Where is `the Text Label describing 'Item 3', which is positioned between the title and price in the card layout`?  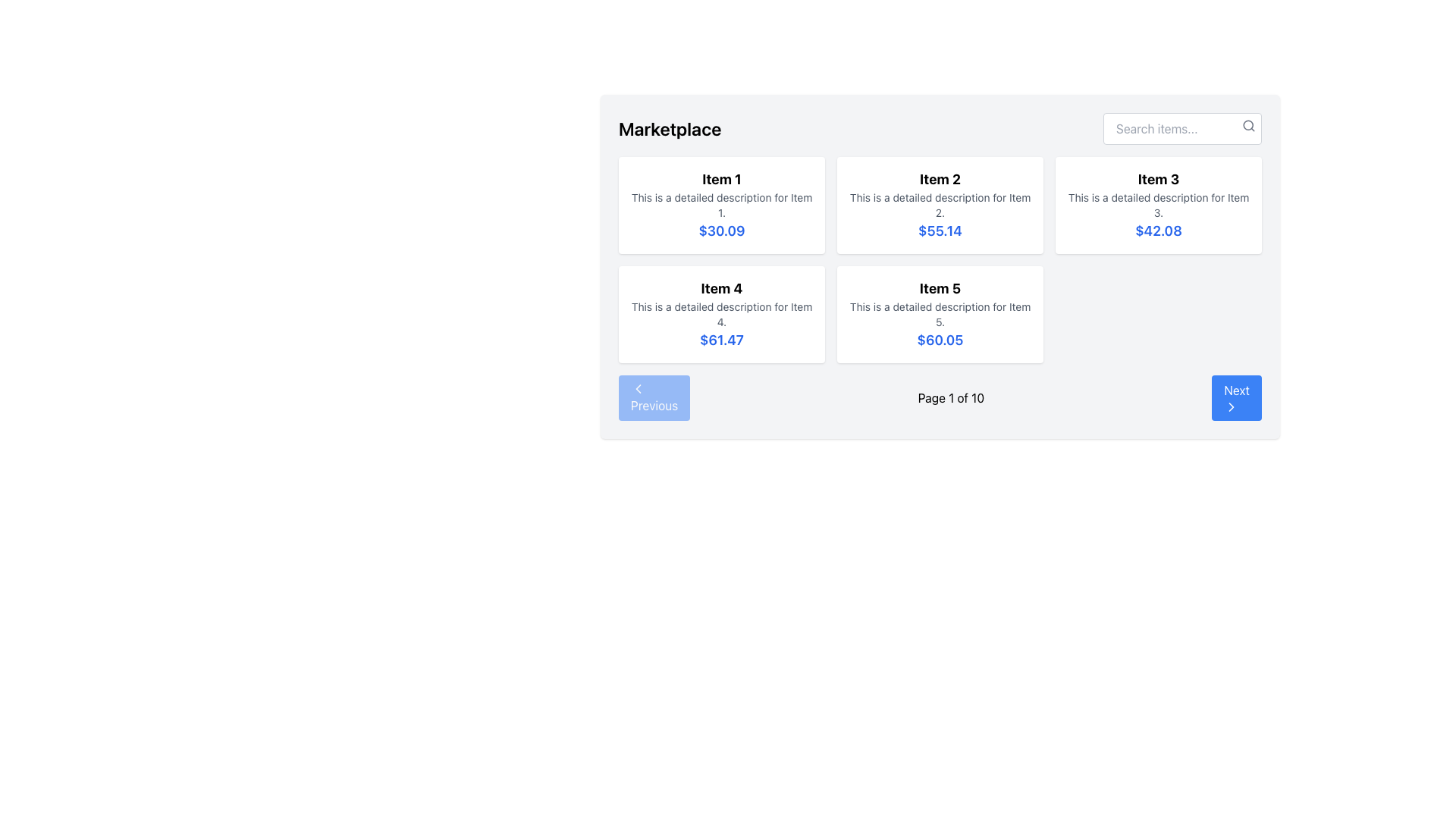
the Text Label describing 'Item 3', which is positioned between the title and price in the card layout is located at coordinates (1157, 205).